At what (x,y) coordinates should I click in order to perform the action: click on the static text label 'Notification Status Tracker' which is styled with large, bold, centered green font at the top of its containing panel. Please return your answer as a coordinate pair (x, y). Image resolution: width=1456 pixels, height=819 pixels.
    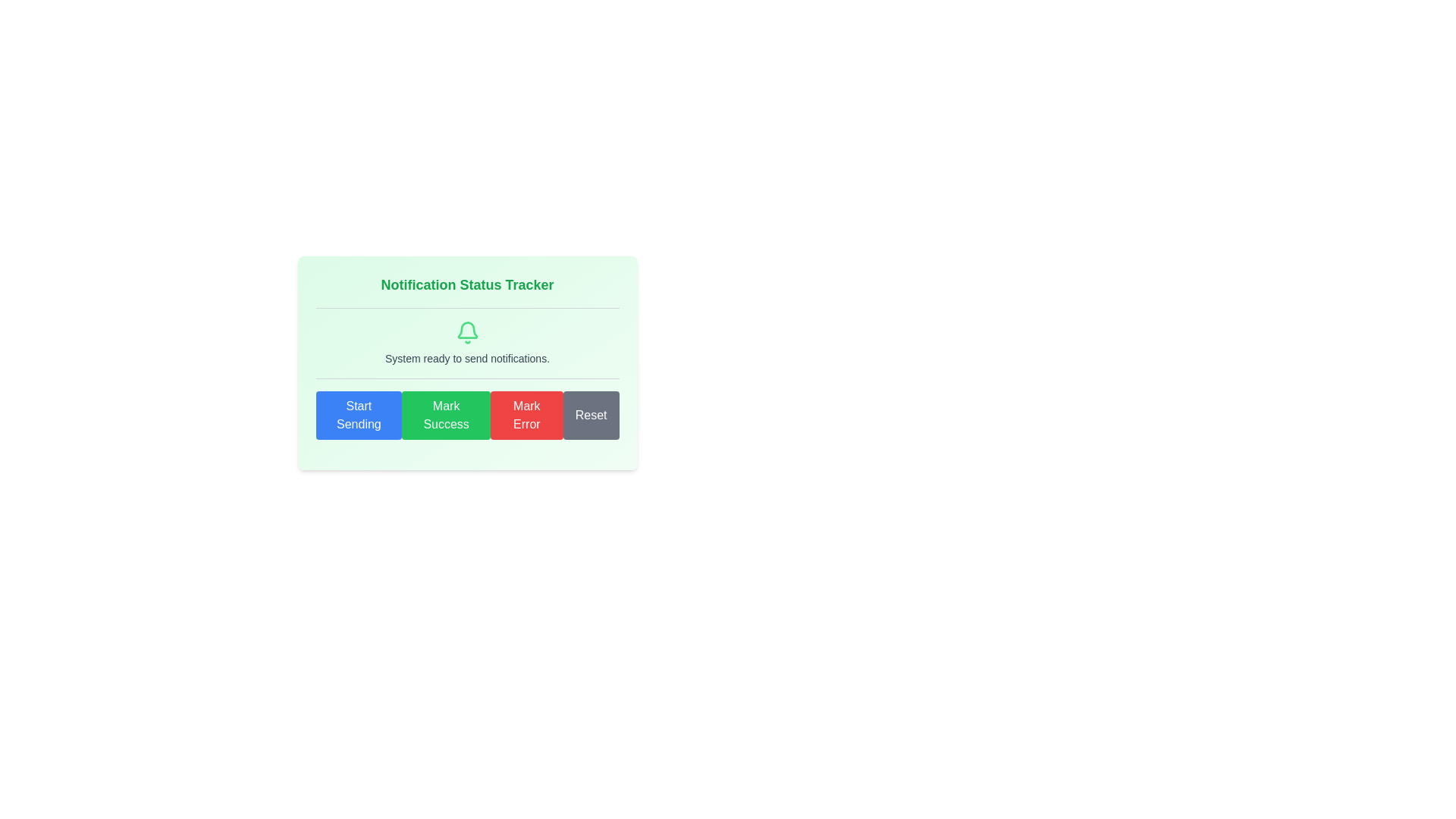
    Looking at the image, I should click on (466, 284).